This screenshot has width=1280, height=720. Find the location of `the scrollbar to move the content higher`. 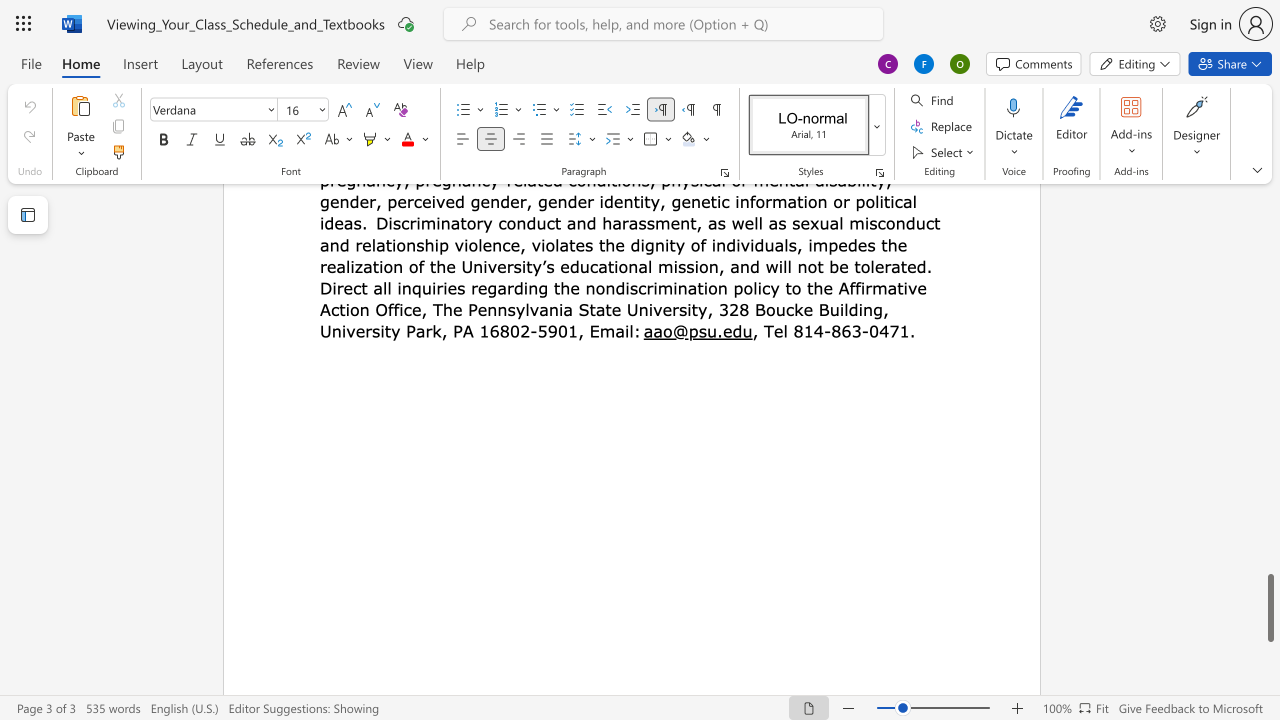

the scrollbar to move the content higher is located at coordinates (1269, 470).